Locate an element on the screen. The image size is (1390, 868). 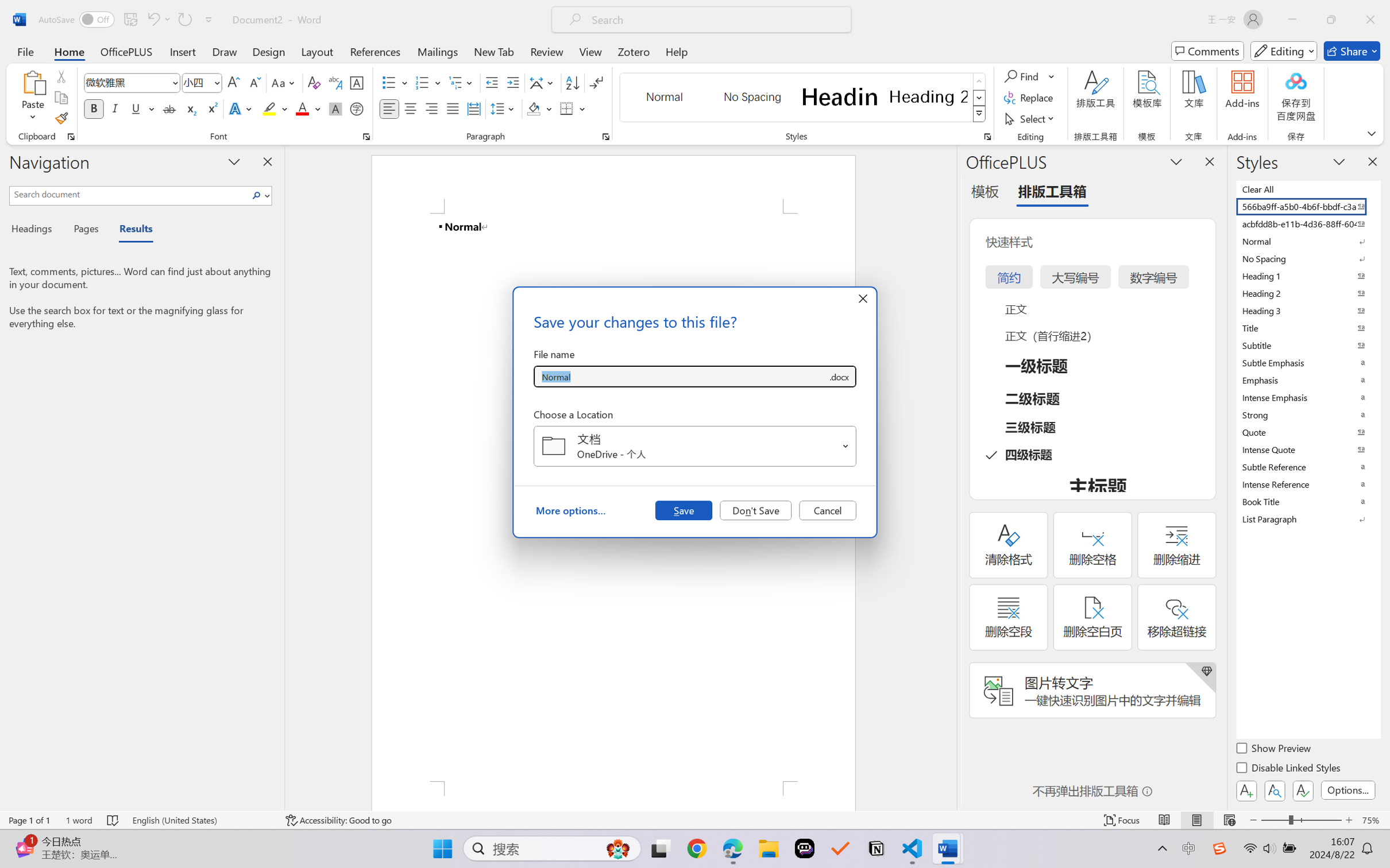
'View' is located at coordinates (590, 51).